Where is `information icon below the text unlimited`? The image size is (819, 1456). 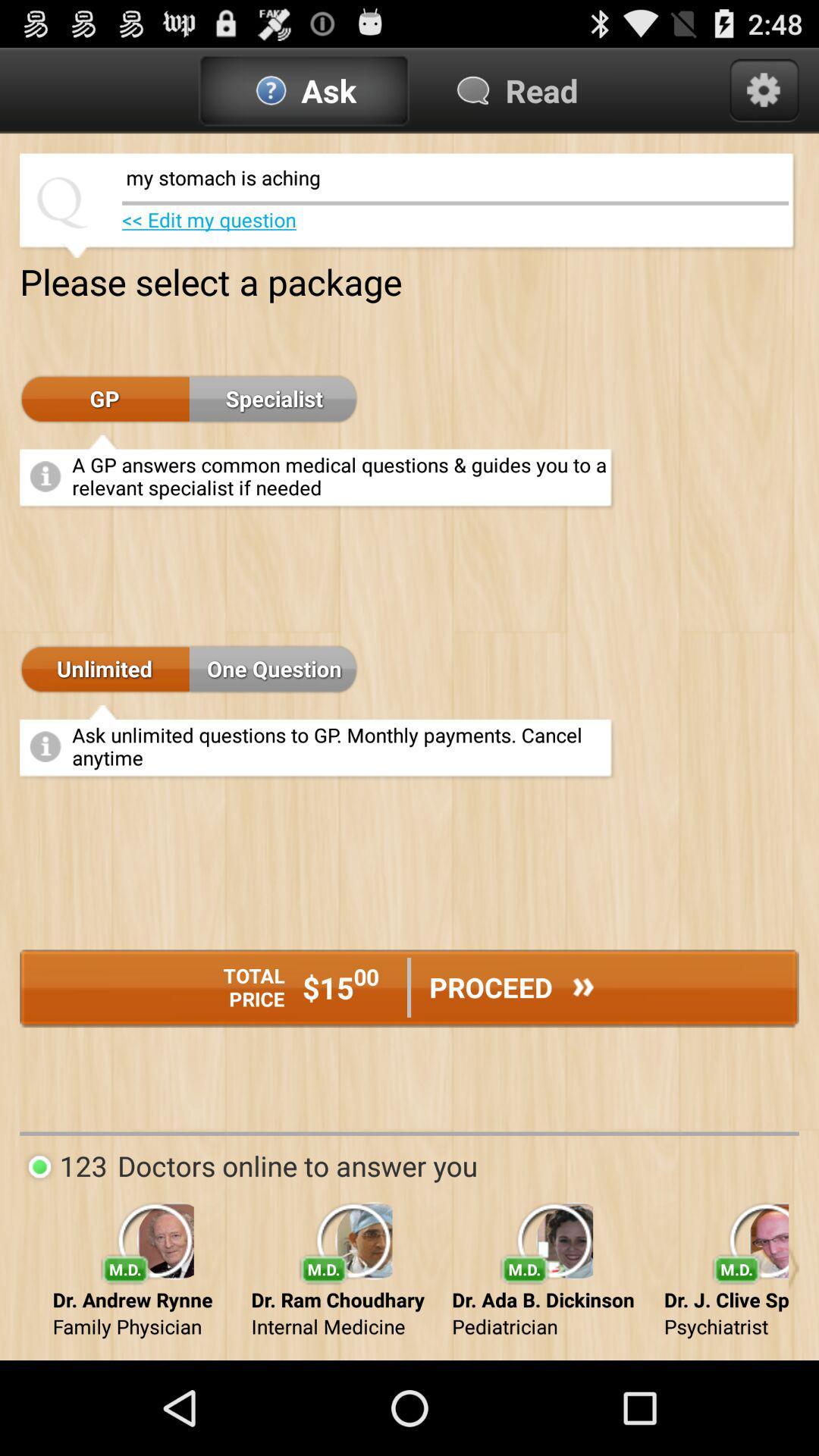 information icon below the text unlimited is located at coordinates (45, 746).